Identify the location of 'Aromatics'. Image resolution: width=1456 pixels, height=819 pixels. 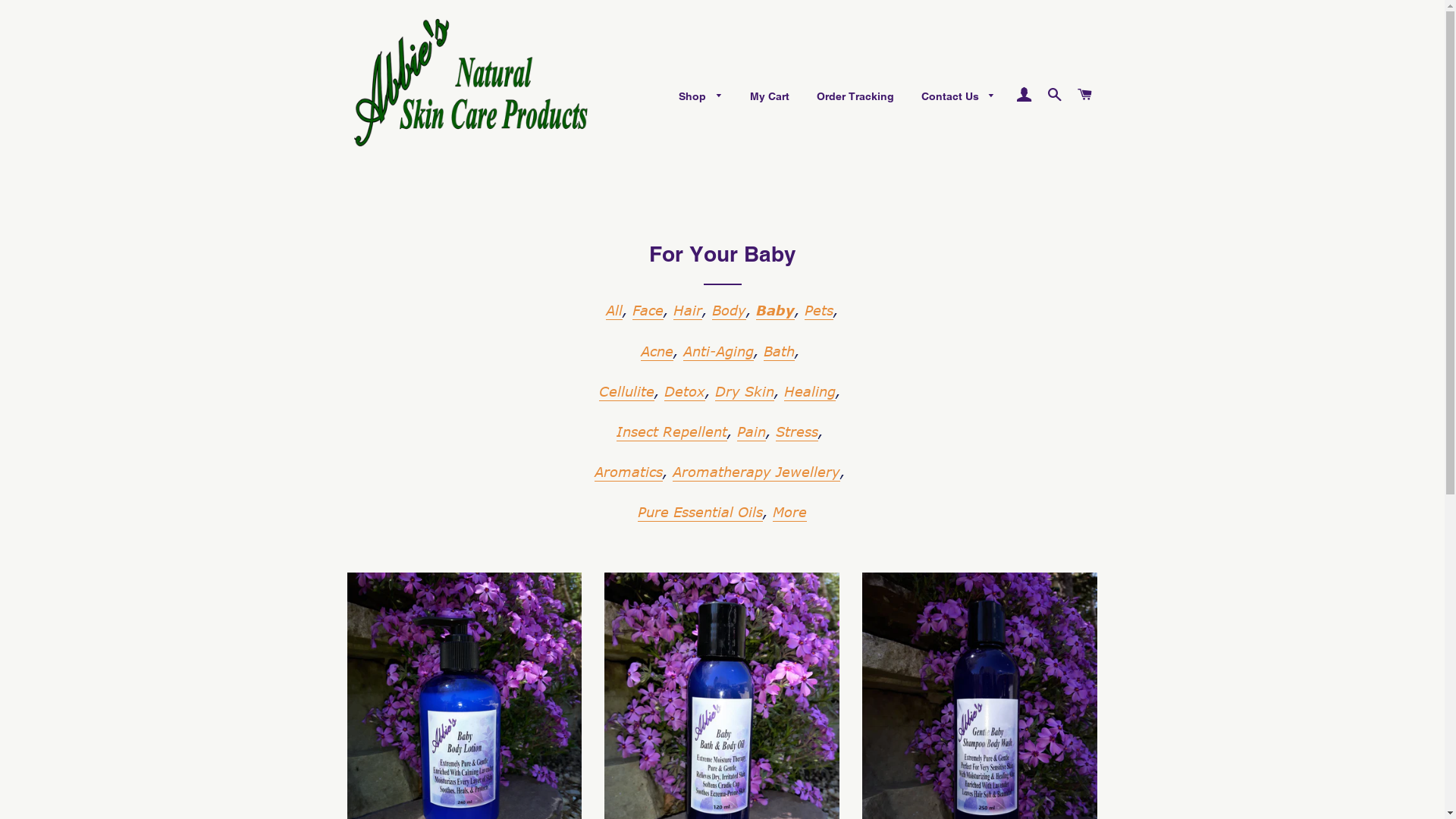
(629, 472).